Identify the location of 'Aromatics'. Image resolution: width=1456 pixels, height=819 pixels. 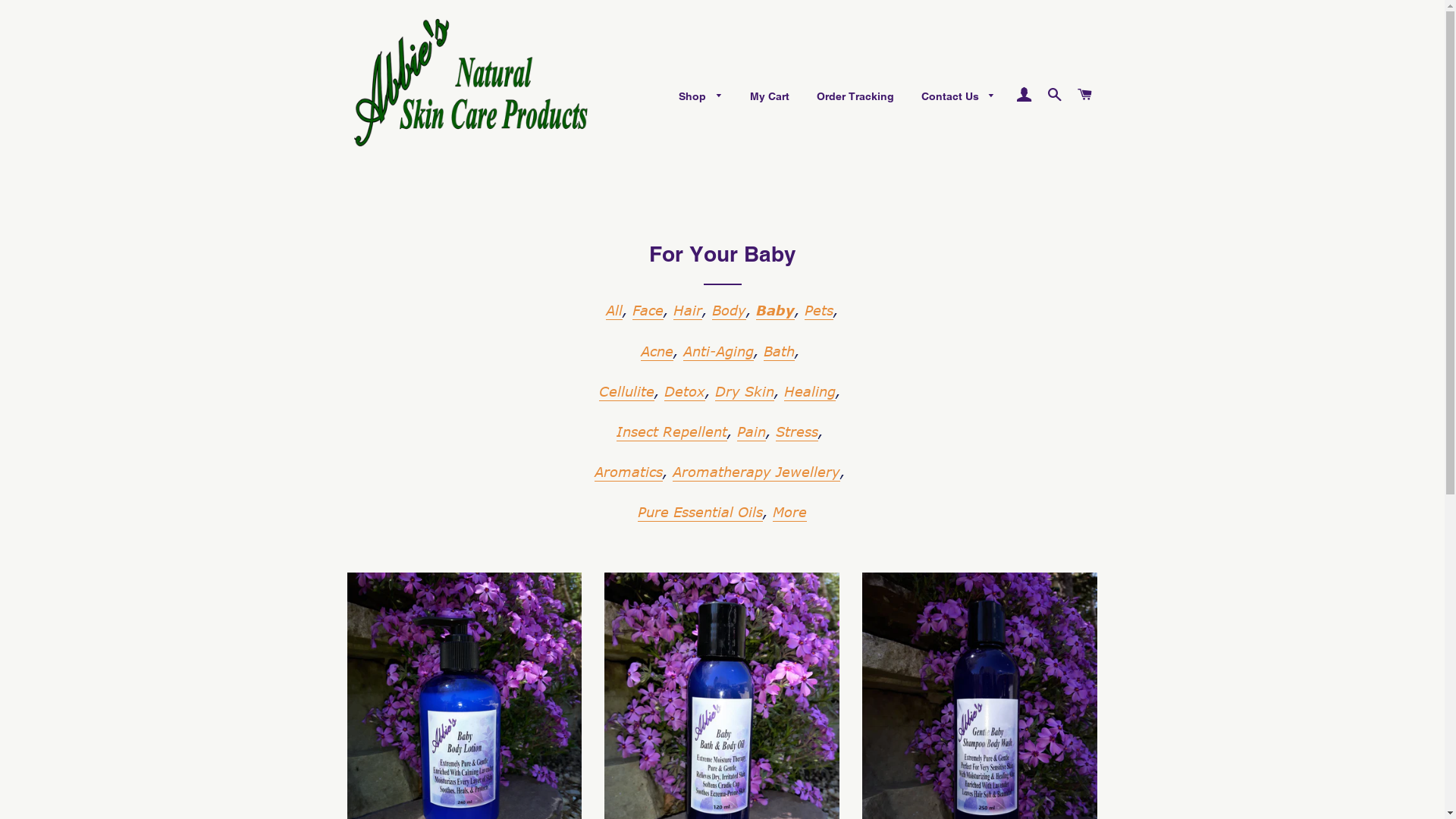
(629, 472).